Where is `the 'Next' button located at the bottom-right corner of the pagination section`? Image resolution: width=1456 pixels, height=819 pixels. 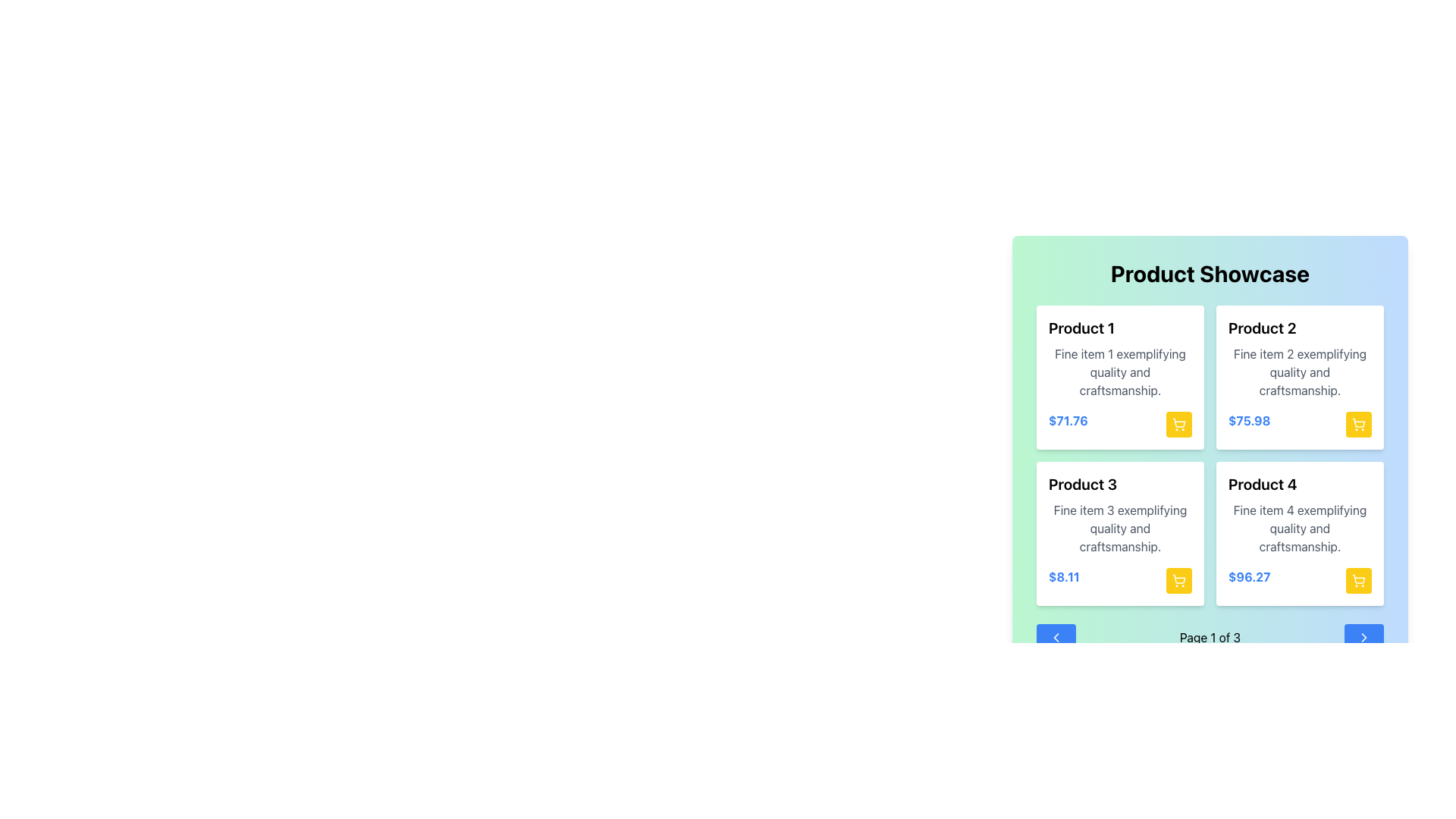
the 'Next' button located at the bottom-right corner of the pagination section is located at coordinates (1364, 637).